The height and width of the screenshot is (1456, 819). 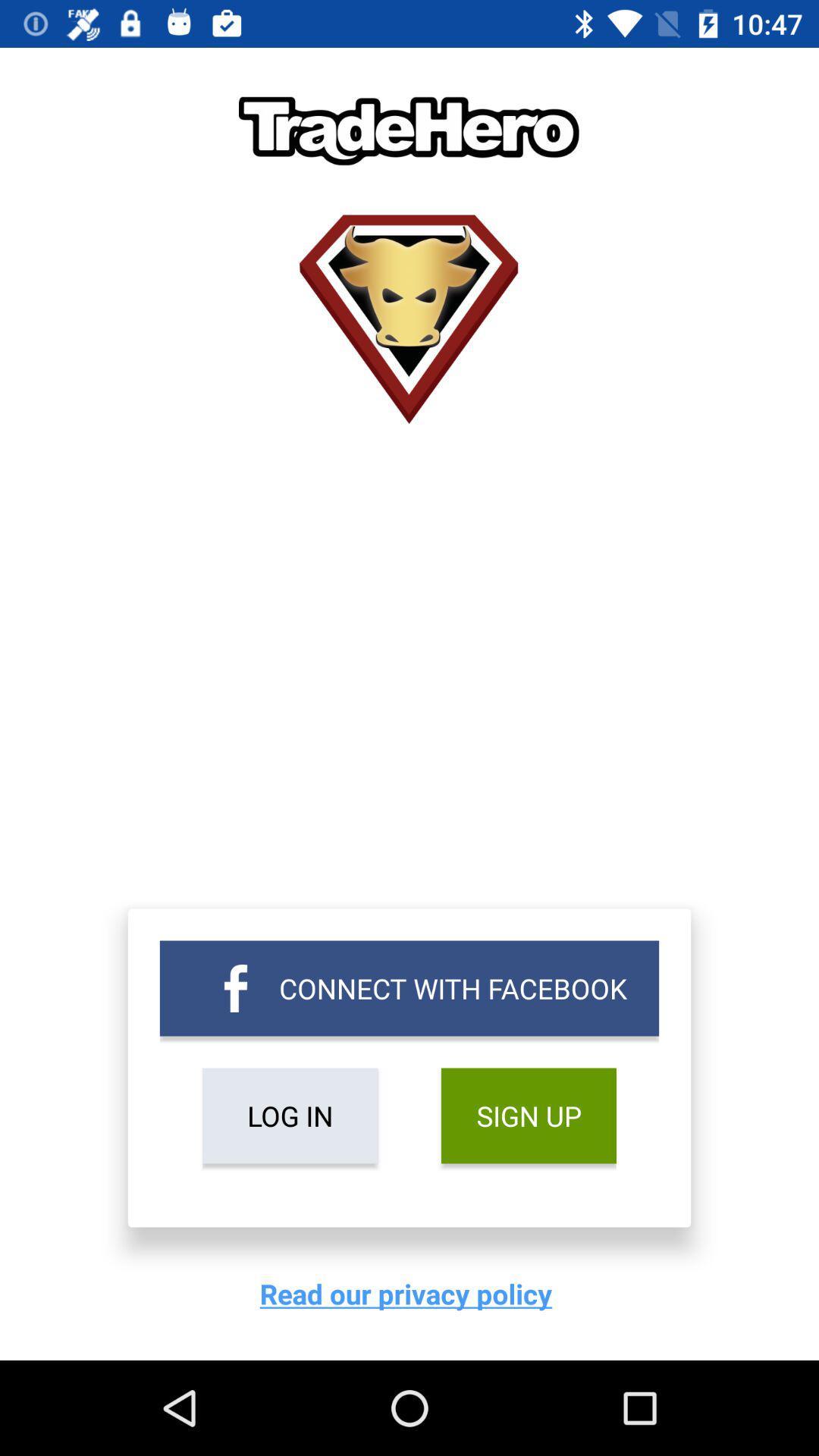 What do you see at coordinates (409, 988) in the screenshot?
I see `connect with facebook` at bounding box center [409, 988].